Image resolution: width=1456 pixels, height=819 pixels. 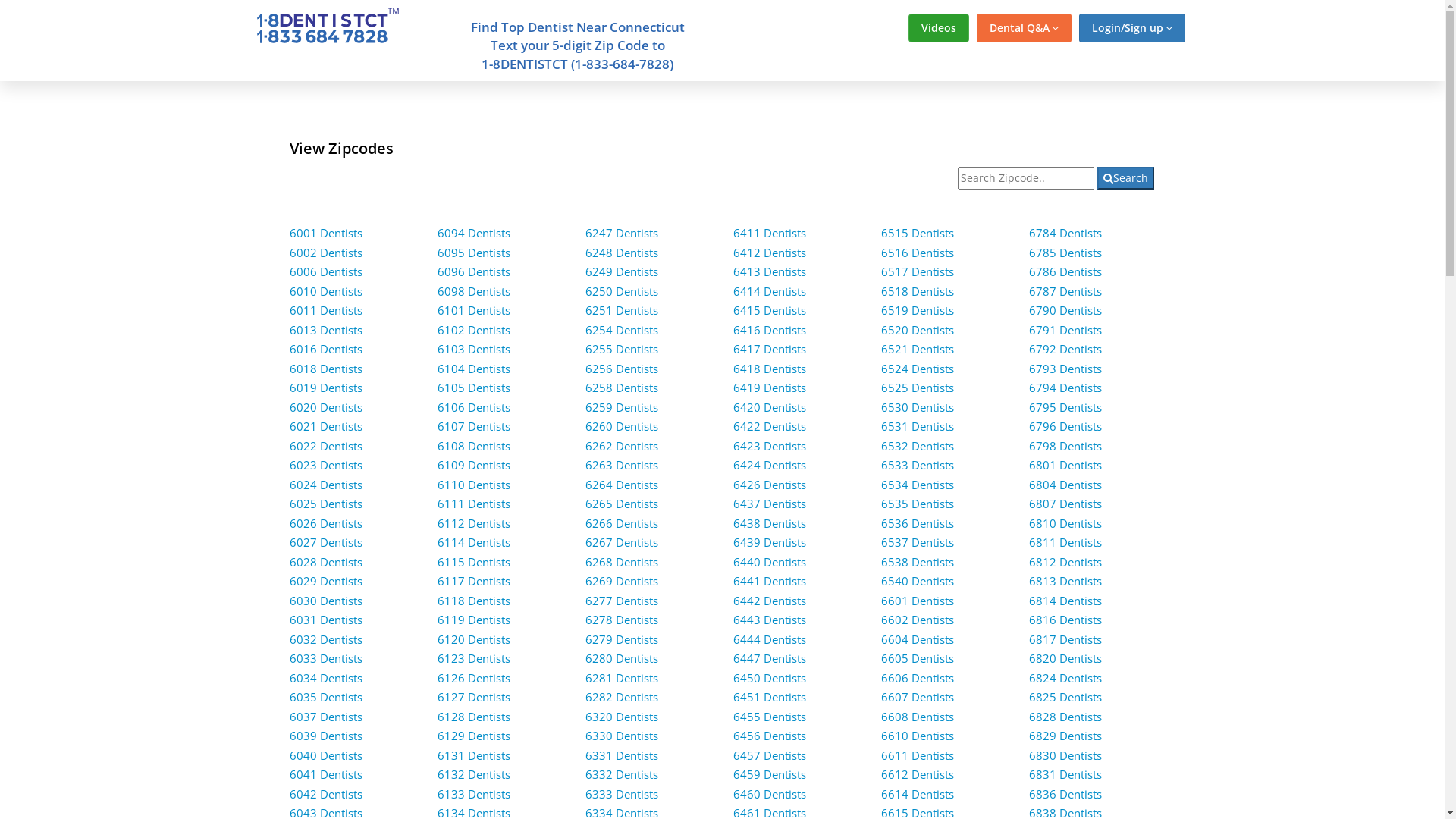 What do you see at coordinates (1097, 177) in the screenshot?
I see `'Search'` at bounding box center [1097, 177].